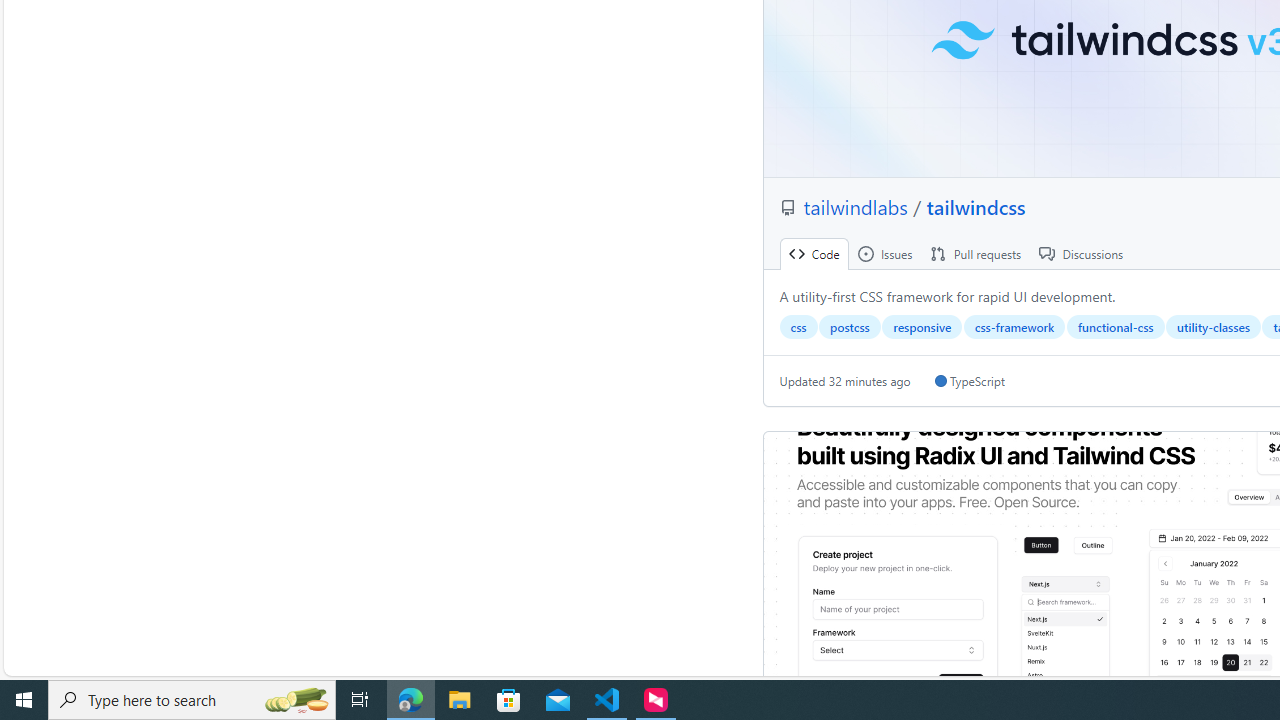  I want to click on 'postcss', so click(849, 326).